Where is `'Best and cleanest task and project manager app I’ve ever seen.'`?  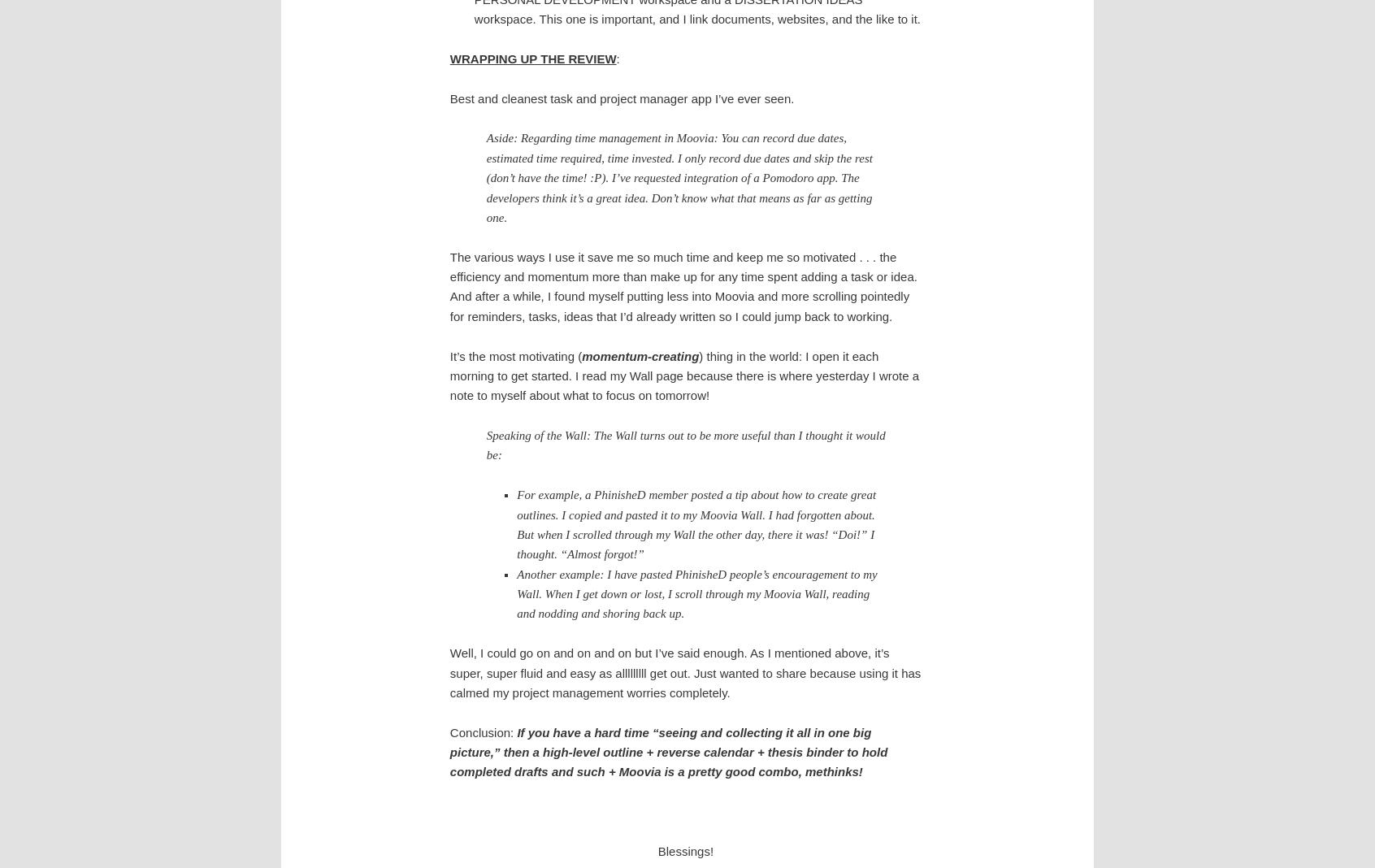 'Best and cleanest task and project manager app I’ve ever seen.' is located at coordinates (620, 97).